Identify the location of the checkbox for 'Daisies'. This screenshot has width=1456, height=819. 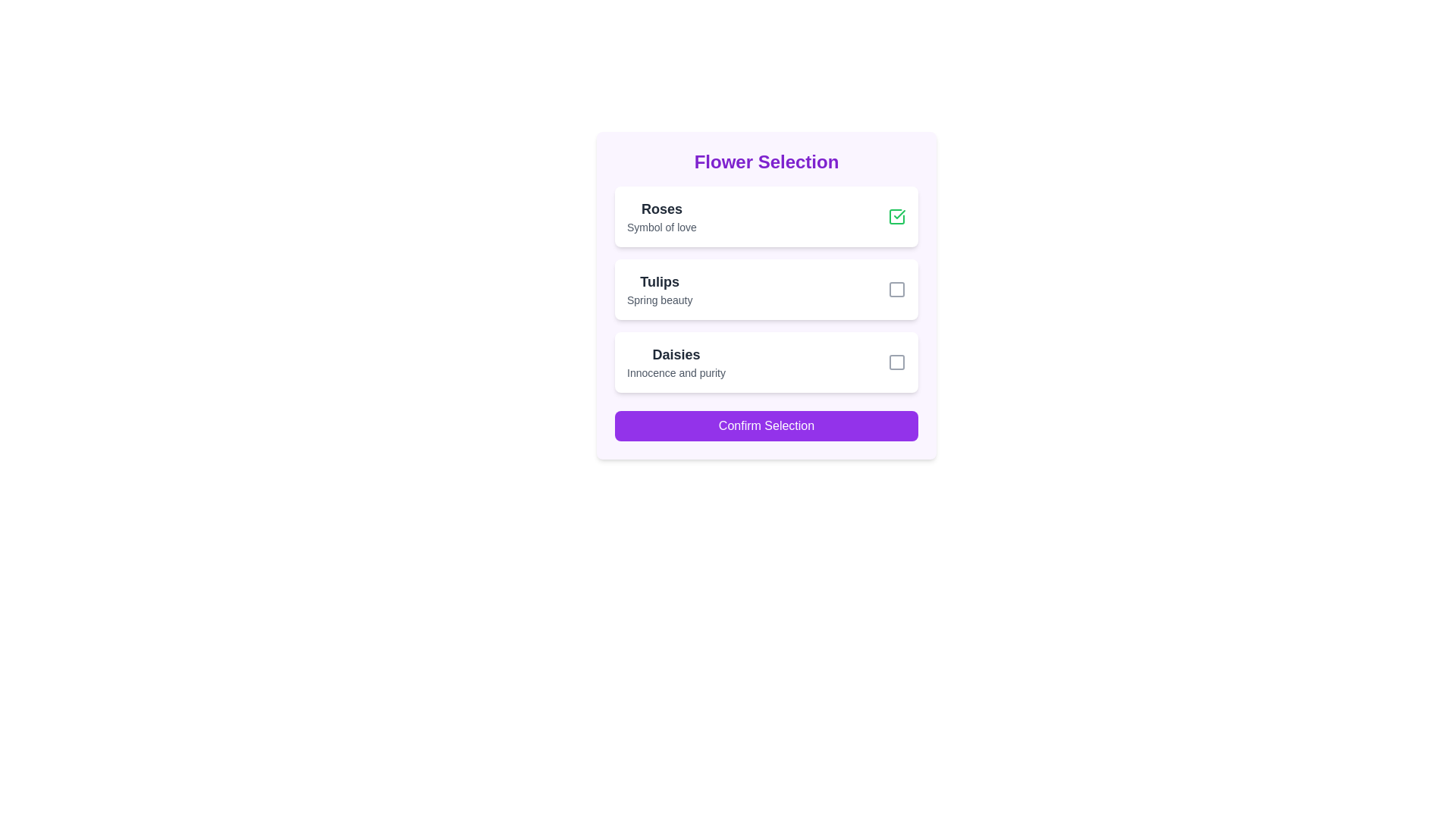
(896, 362).